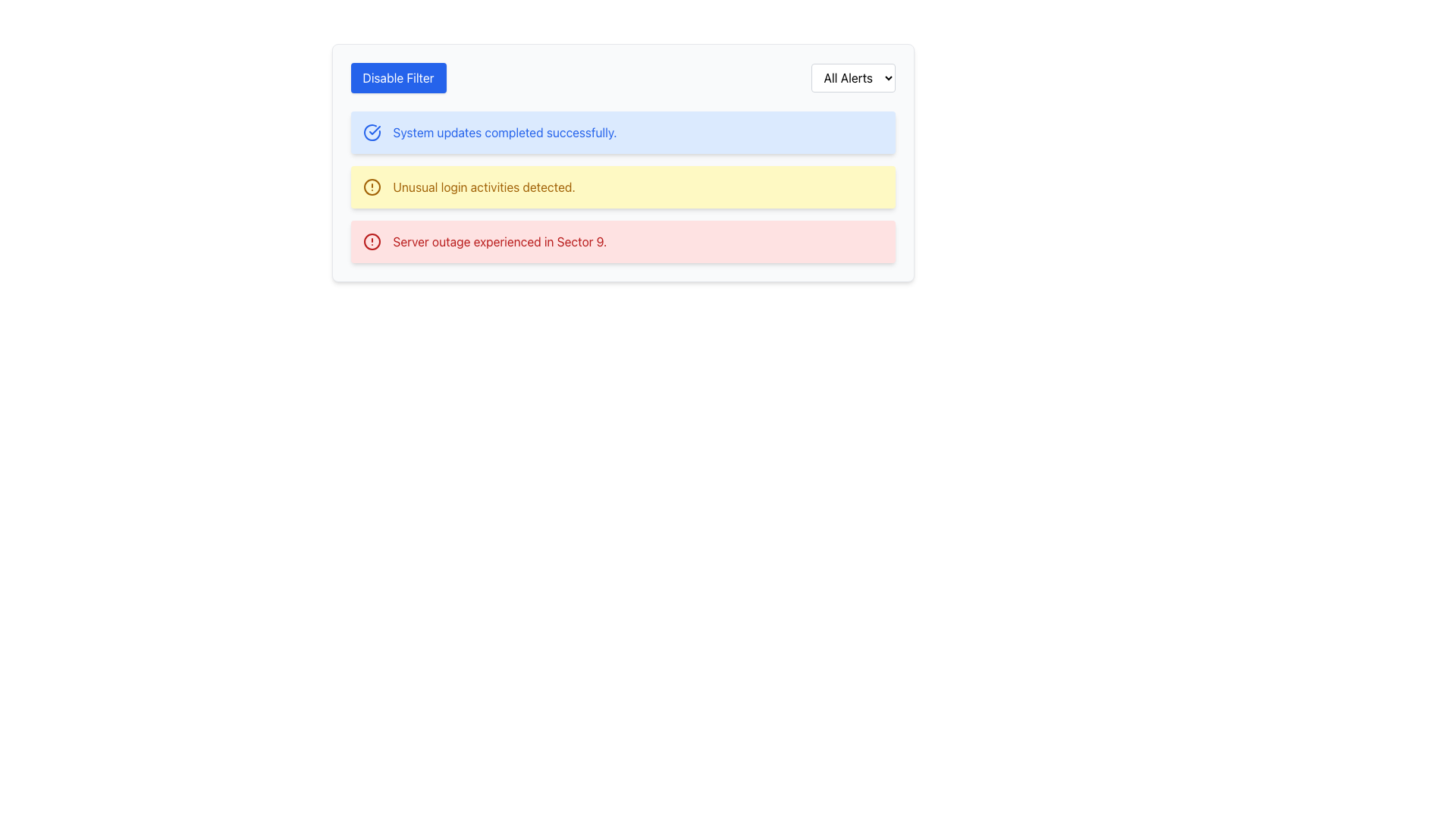 The image size is (1456, 819). What do you see at coordinates (372, 241) in the screenshot?
I see `the red circular graphical icon representing the alert within the third alert notification at the bottom of the list of alerts` at bounding box center [372, 241].